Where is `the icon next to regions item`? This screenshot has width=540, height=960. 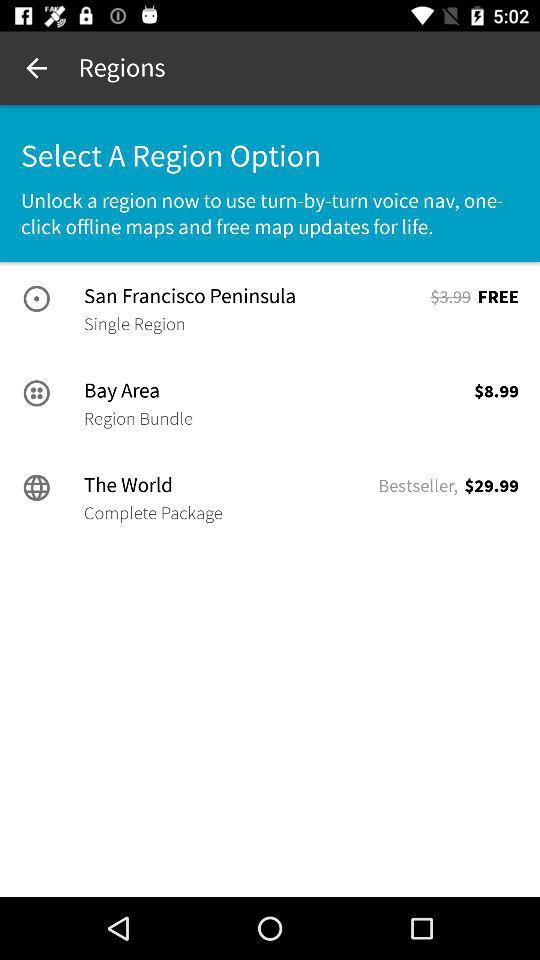 the icon next to regions item is located at coordinates (36, 68).